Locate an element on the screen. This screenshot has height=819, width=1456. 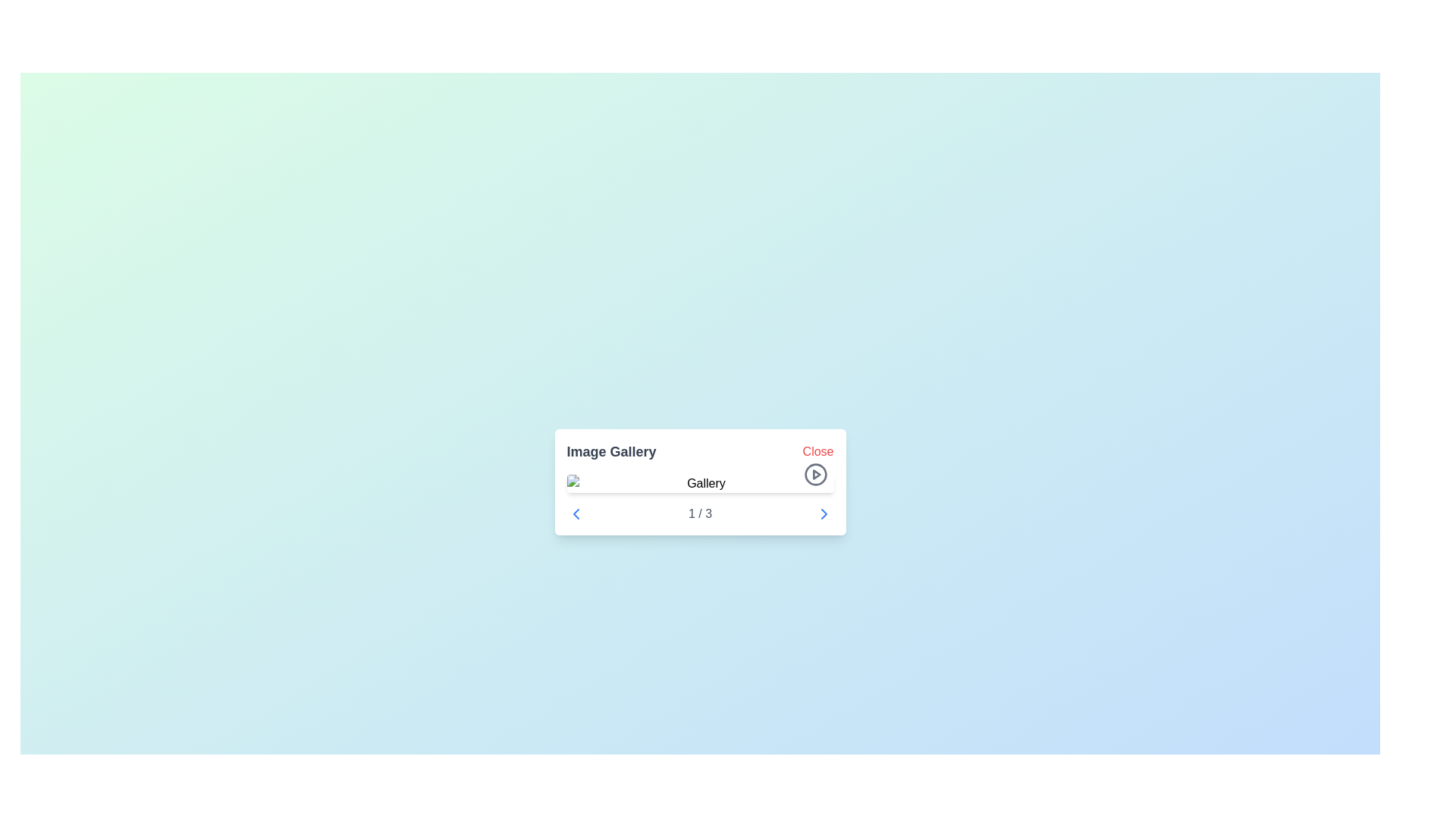
the play button in the bottom-right corner of the image gallery component to change its state is located at coordinates (814, 473).